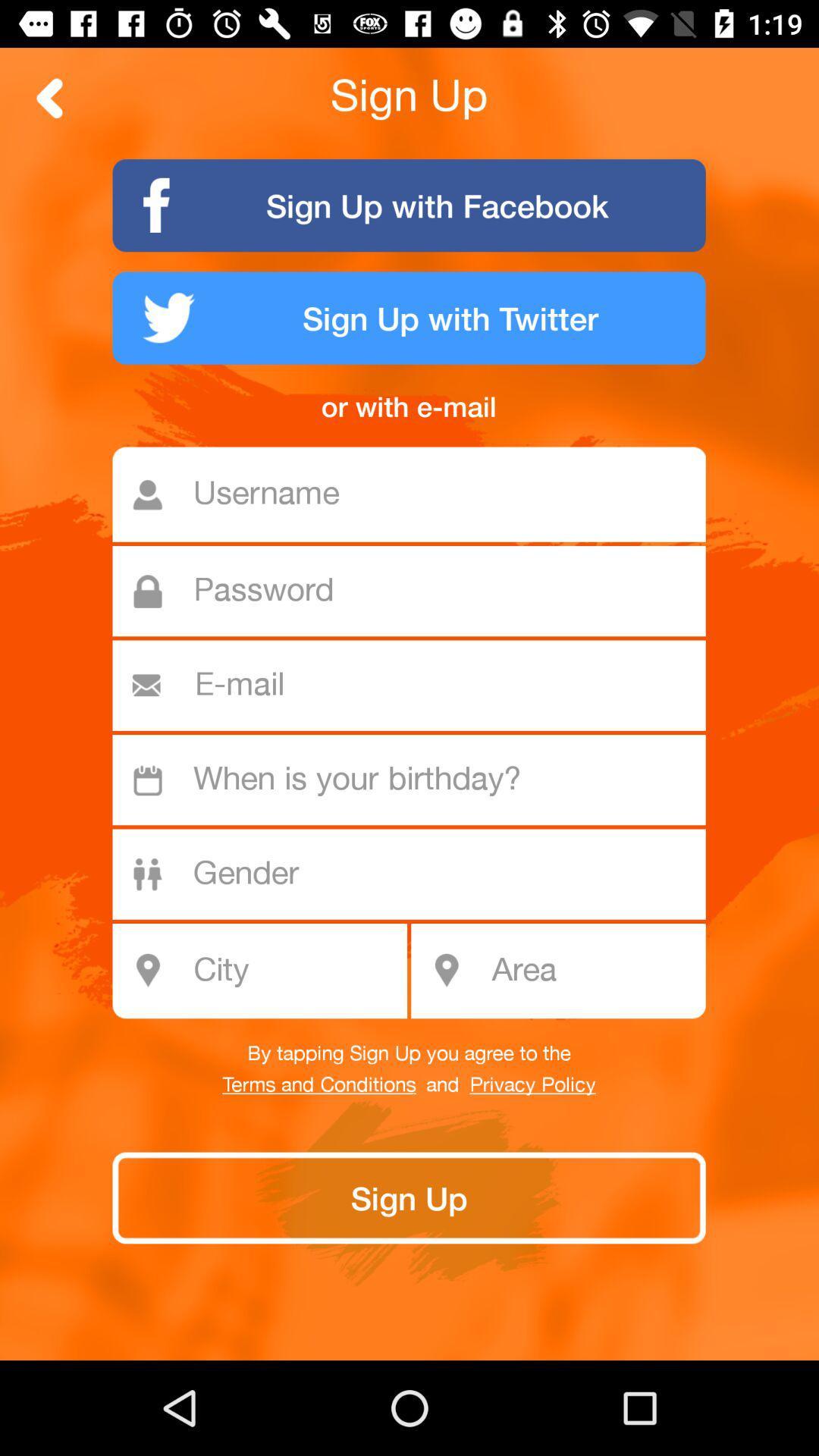  What do you see at coordinates (416, 685) in the screenshot?
I see `email address` at bounding box center [416, 685].